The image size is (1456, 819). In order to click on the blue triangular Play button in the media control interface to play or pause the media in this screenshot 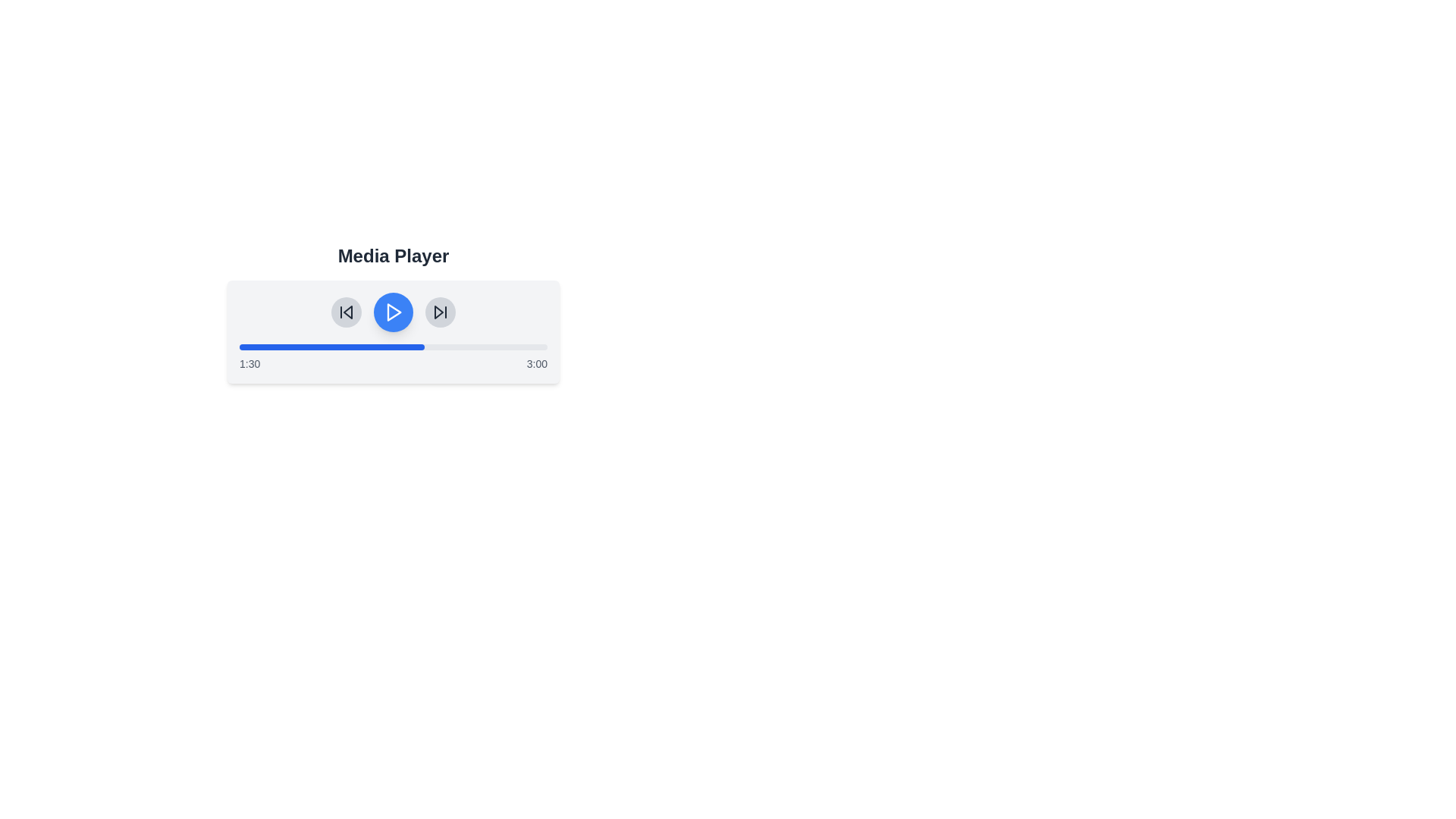, I will do `click(394, 312)`.